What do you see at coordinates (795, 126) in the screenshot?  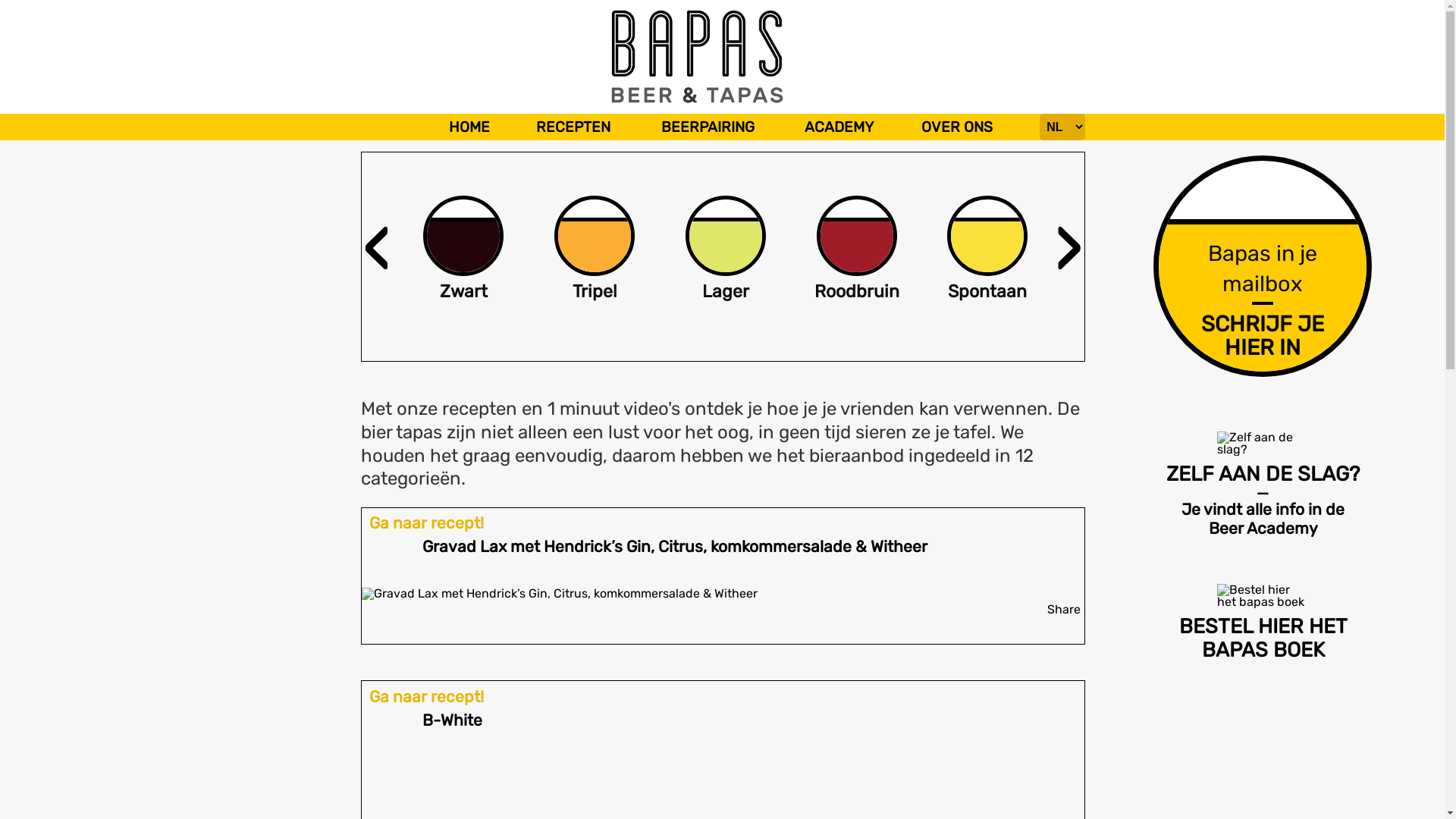 I see `'ACADEMY'` at bounding box center [795, 126].